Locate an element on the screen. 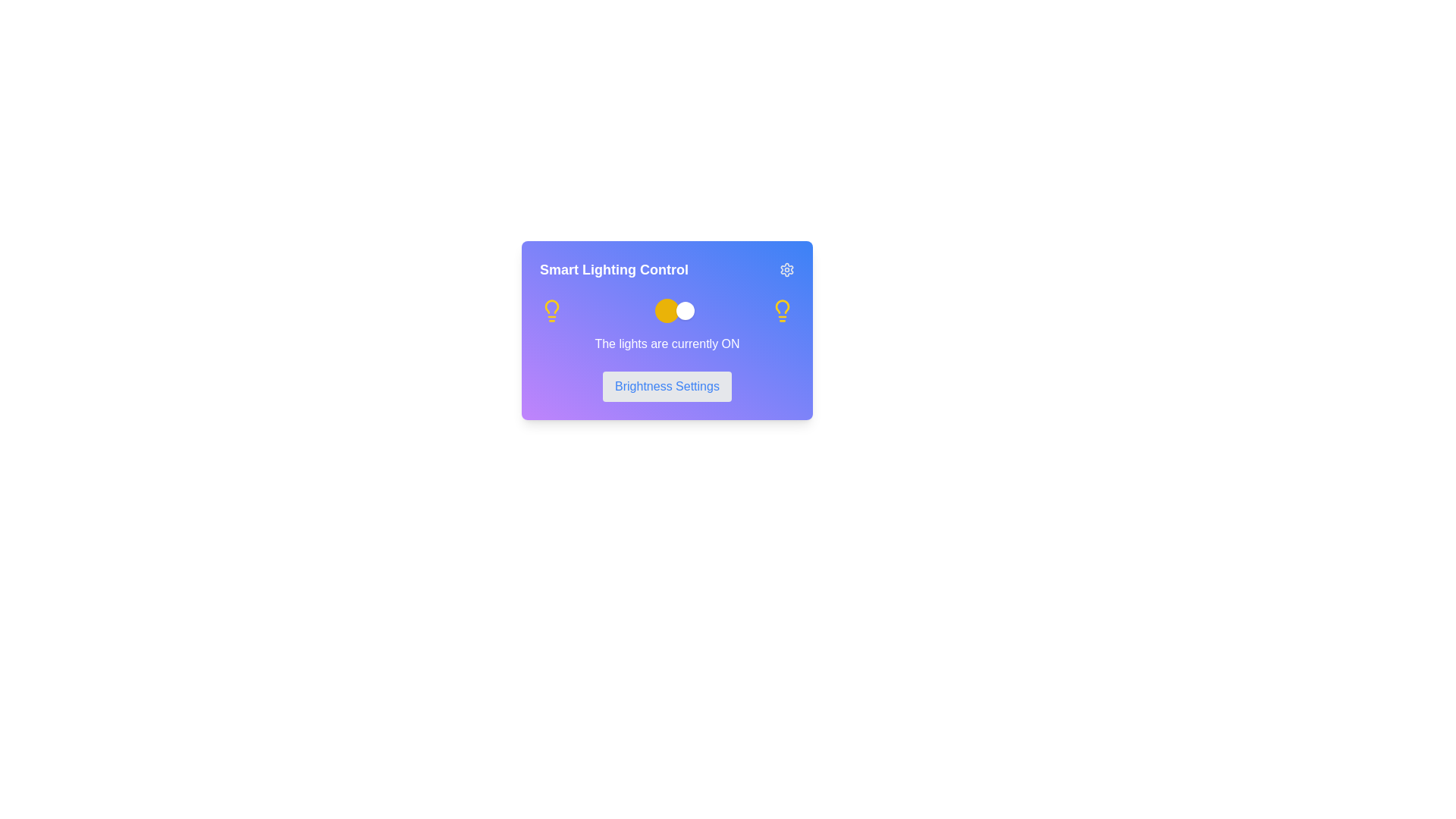 This screenshot has width=1456, height=819. the gear-shaped icon located in the top-right corner of the 'Smart Lighting Control' card is located at coordinates (786, 268).